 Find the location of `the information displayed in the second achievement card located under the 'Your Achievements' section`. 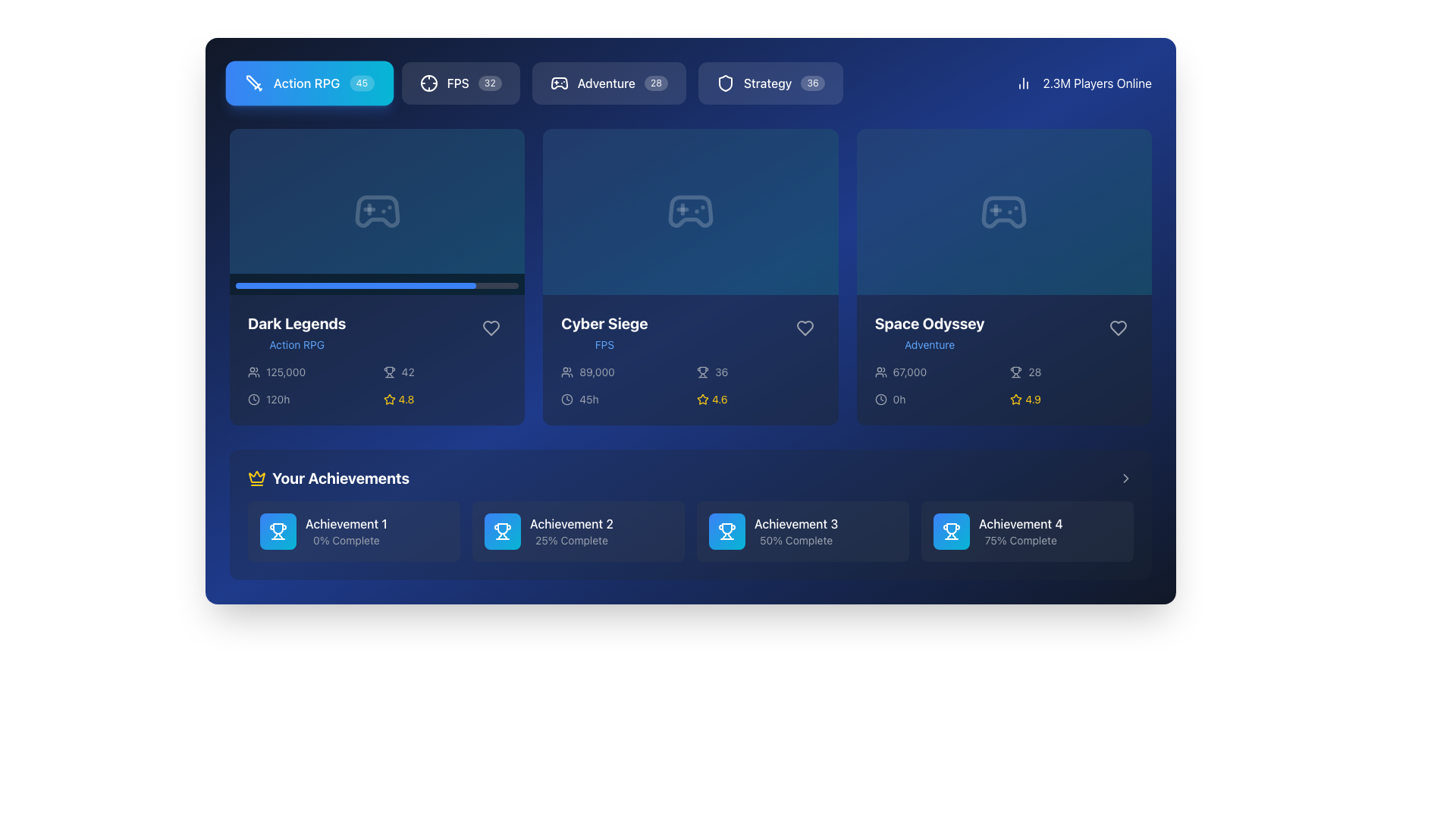

the information displayed in the second achievement card located under the 'Your Achievements' section is located at coordinates (578, 531).